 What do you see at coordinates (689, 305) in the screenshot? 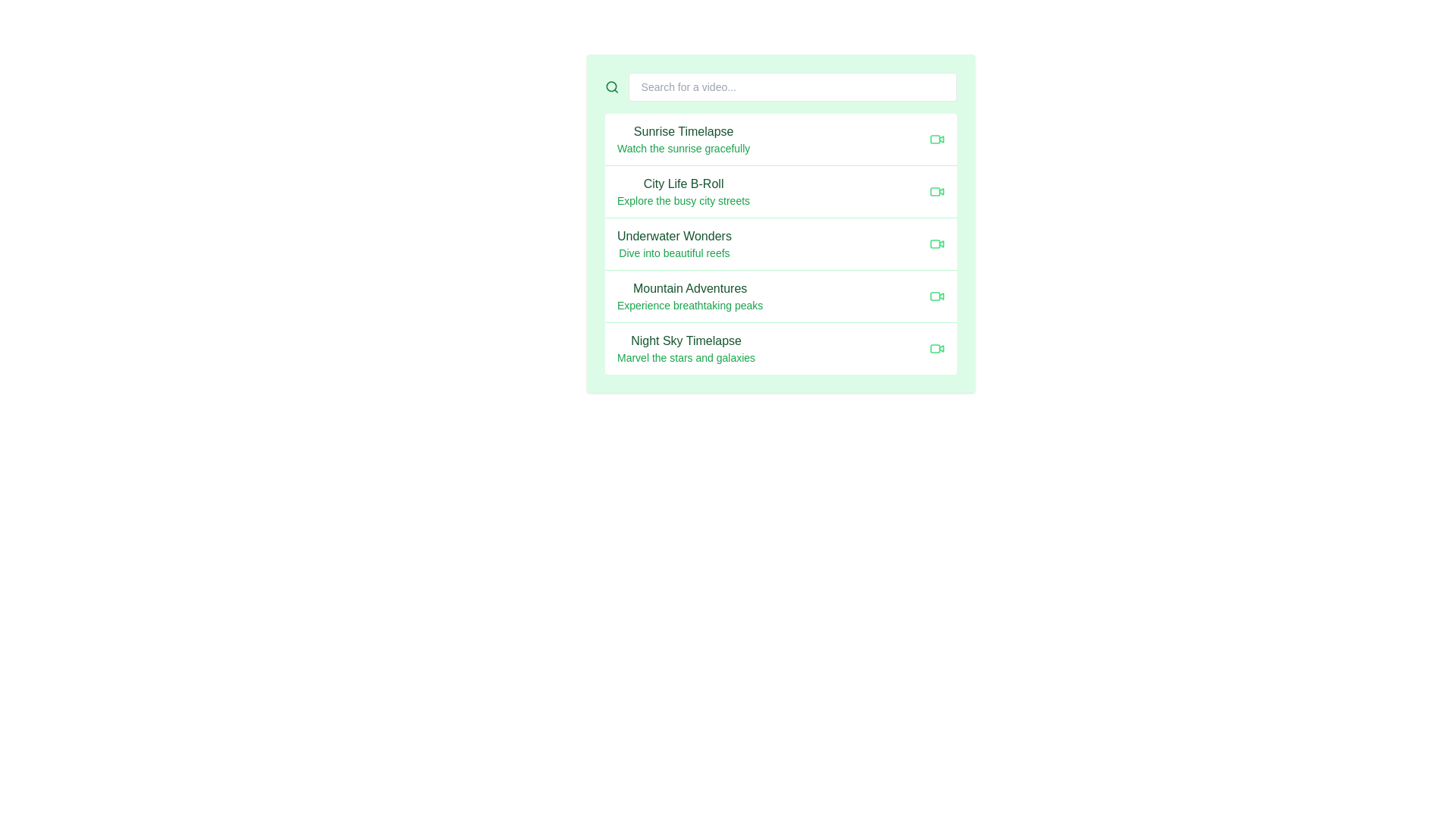
I see `descriptive text label located below the 'Mountain Adventures' title, which provides context about the section. This text label is static and serves as supplementary information` at bounding box center [689, 305].